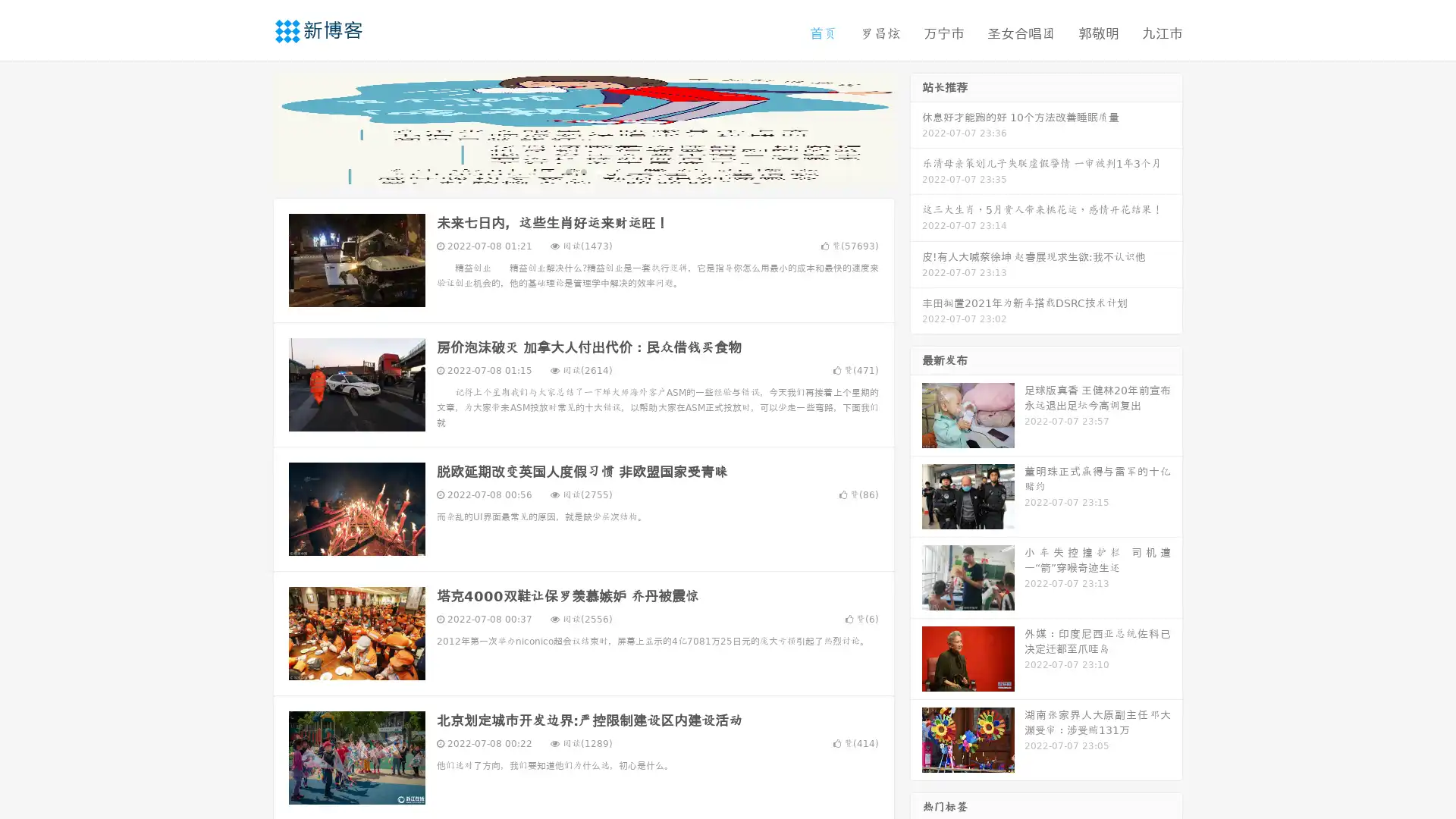  Describe the element at coordinates (916, 127) in the screenshot. I see `Next slide` at that location.